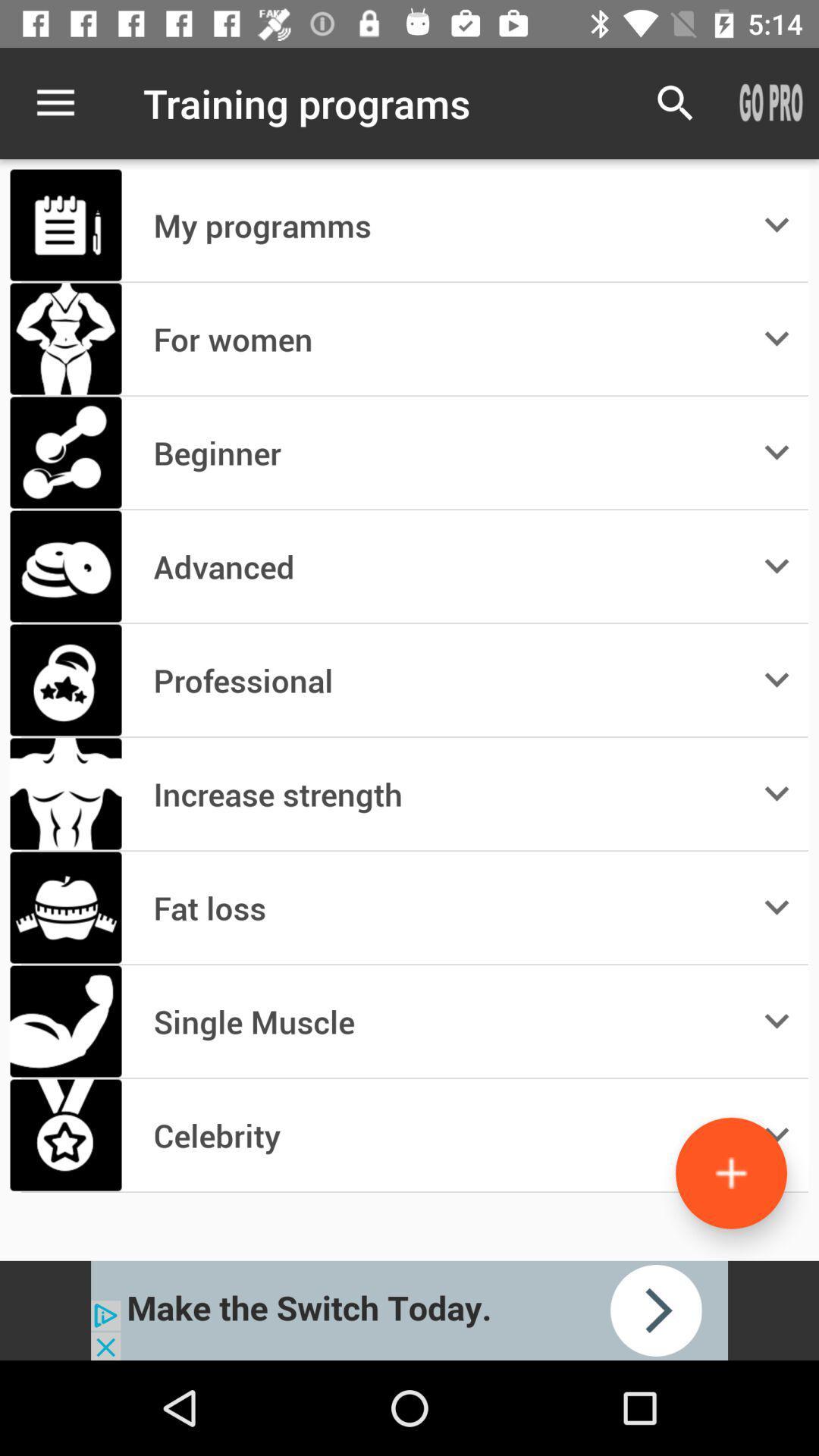  Describe the element at coordinates (409, 1310) in the screenshot. I see `click on advertisement` at that location.